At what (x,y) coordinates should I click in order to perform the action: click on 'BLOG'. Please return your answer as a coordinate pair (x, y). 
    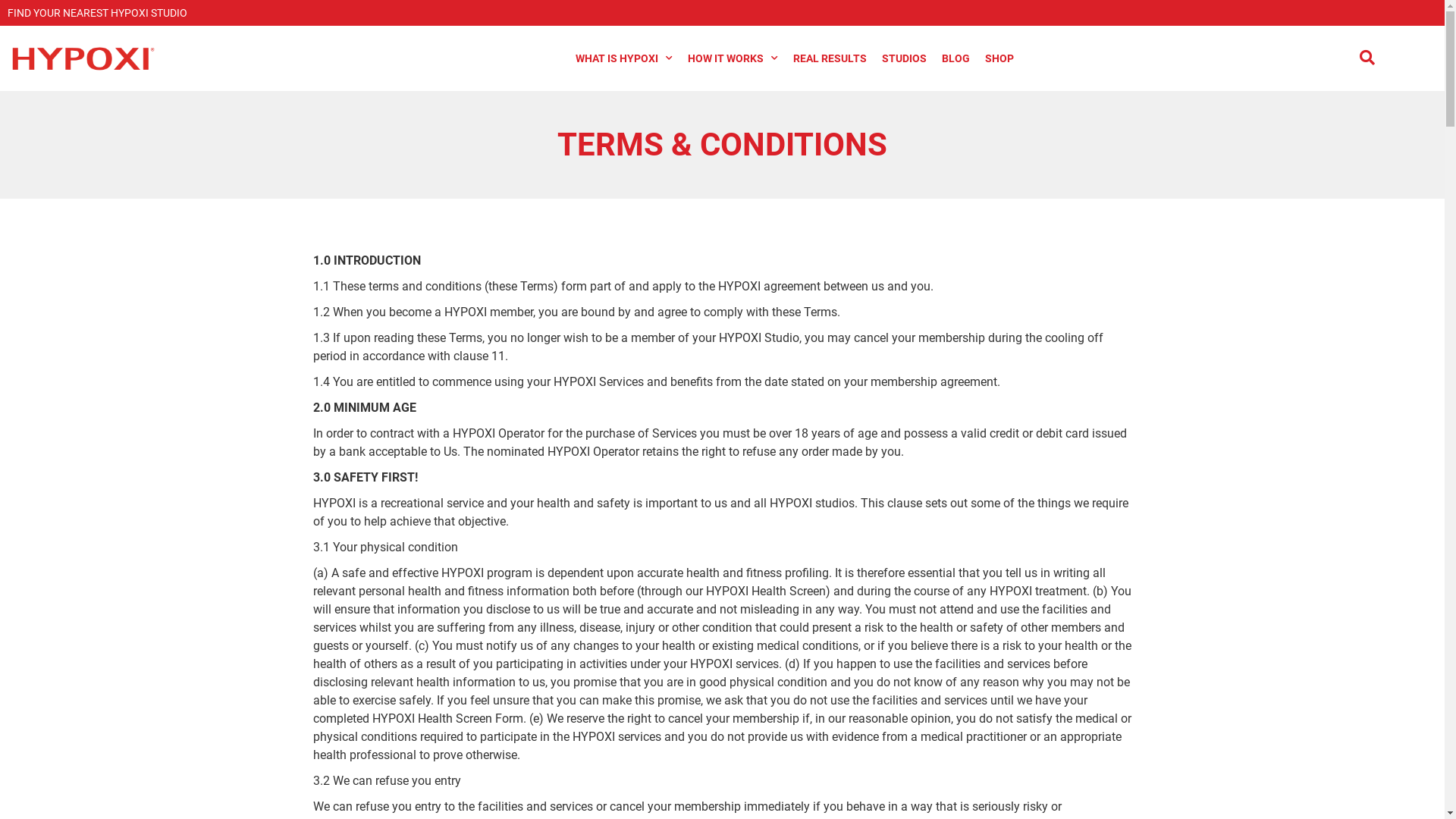
    Looking at the image, I should click on (955, 58).